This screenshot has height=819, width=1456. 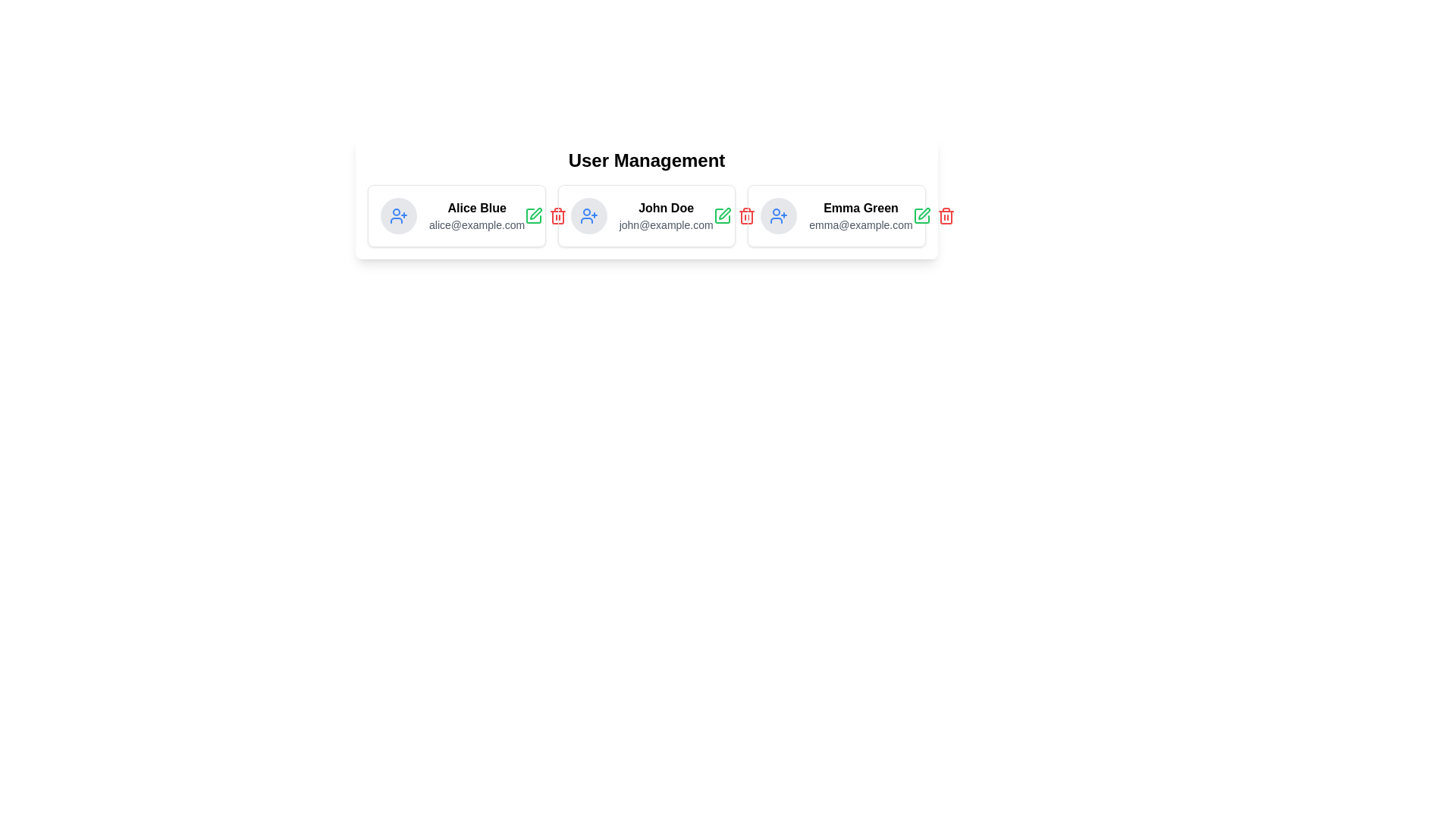 What do you see at coordinates (861, 216) in the screenshot?
I see `the Composable text block displaying the user's name and email address, located at the rightmost position of the row of user cards` at bounding box center [861, 216].